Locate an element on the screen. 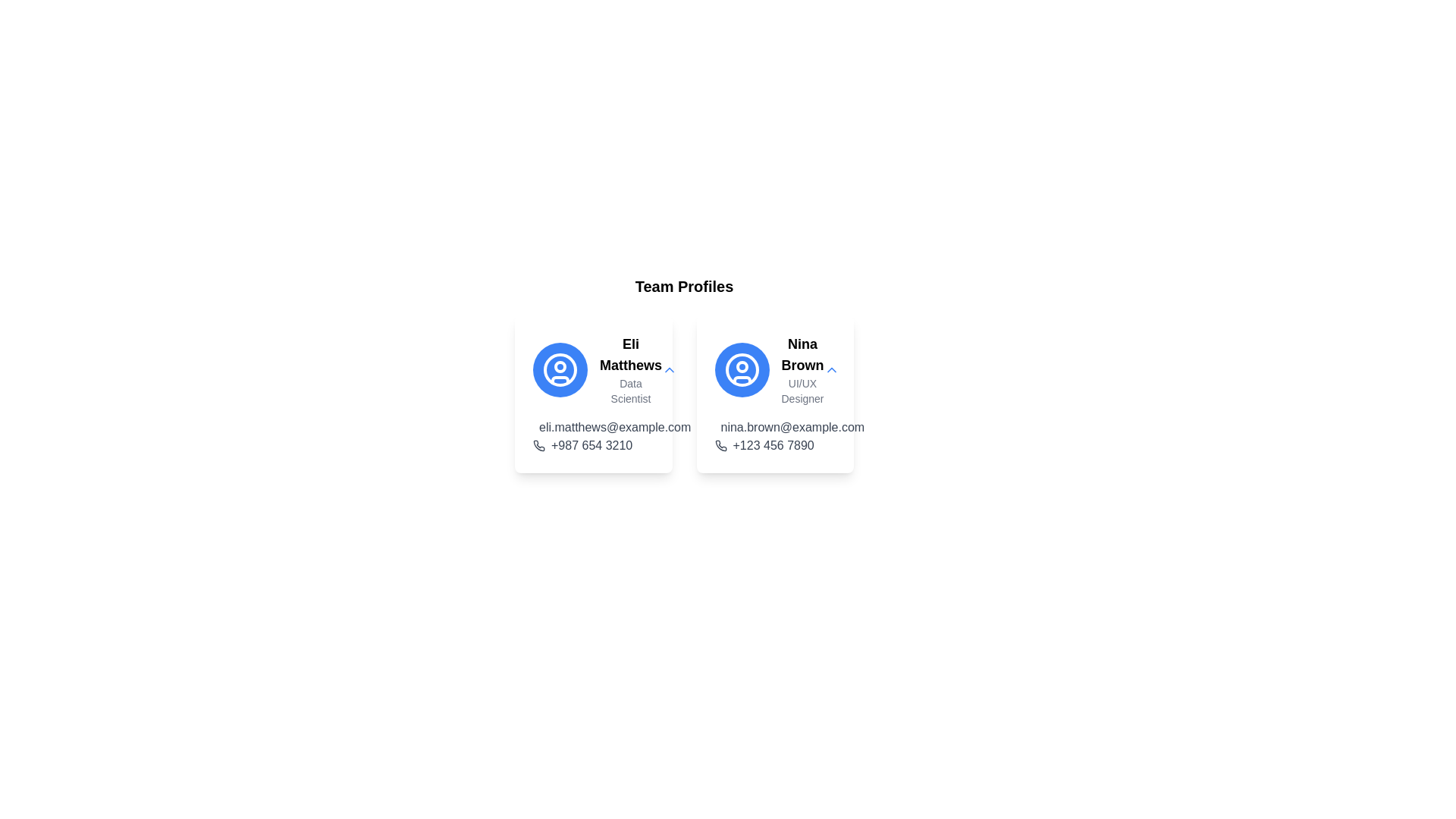 The width and height of the screenshot is (1456, 819). the profile image icon located at the top-left corner of the team profile card under 'Eli Matthews' is located at coordinates (560, 370).